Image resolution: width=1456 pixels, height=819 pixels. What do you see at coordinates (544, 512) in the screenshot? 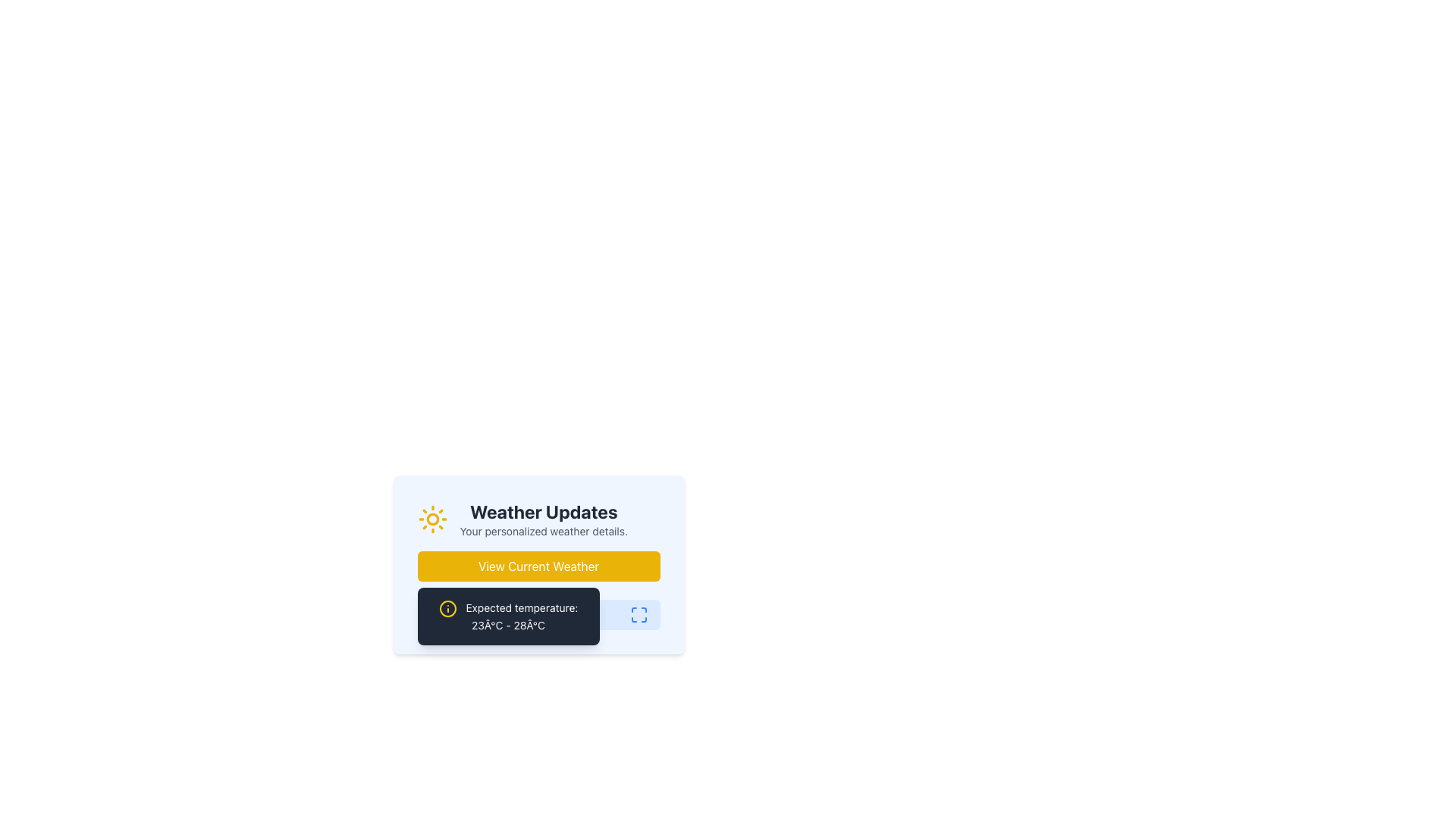
I see `text of the Text Header, which serves as the title for the weather information section located near the center-left of the interface, above 'Your personalized weather details.'` at bounding box center [544, 512].